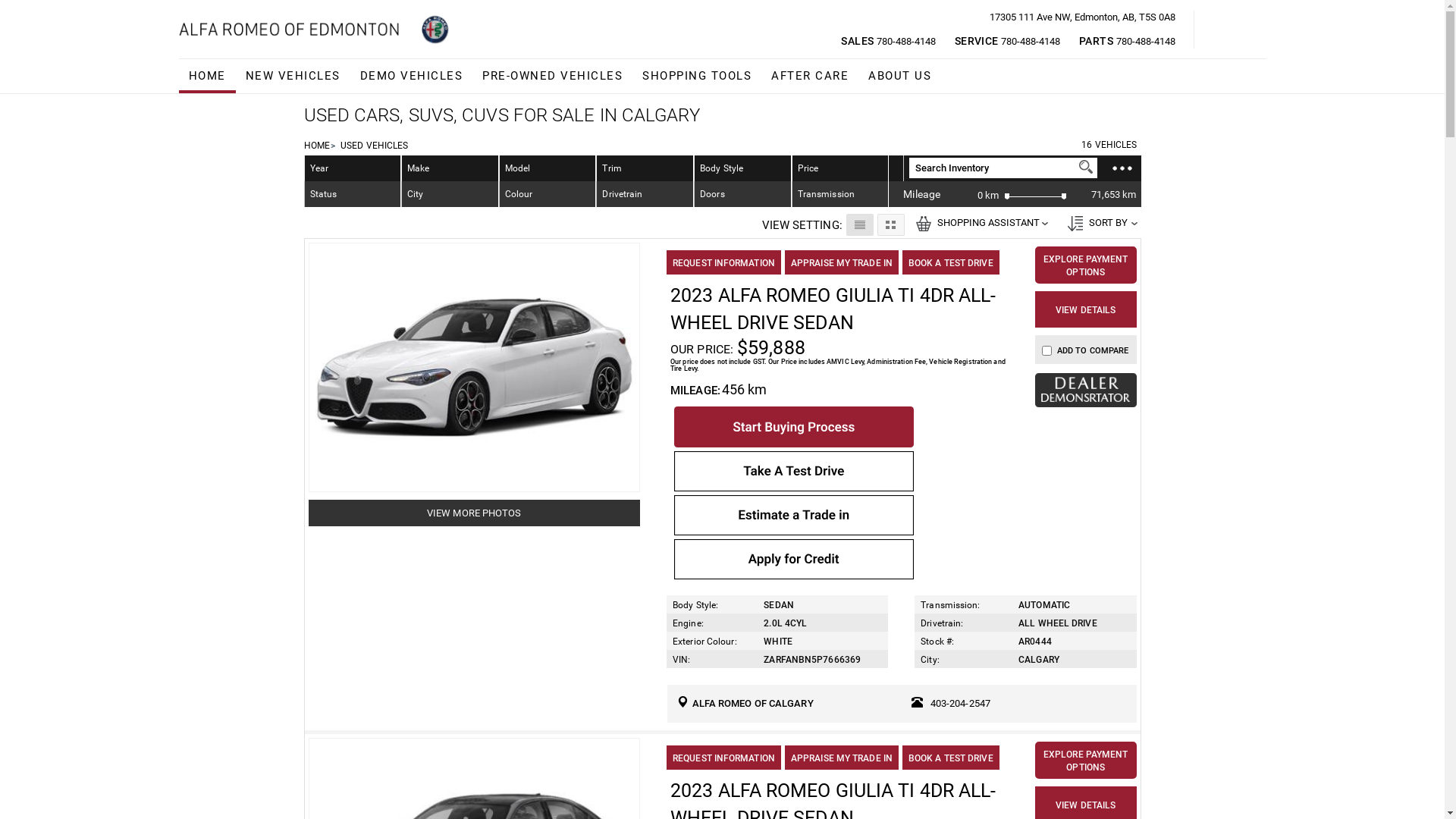 This screenshot has height=819, width=1456. I want to click on 'HOME', so click(178, 76).